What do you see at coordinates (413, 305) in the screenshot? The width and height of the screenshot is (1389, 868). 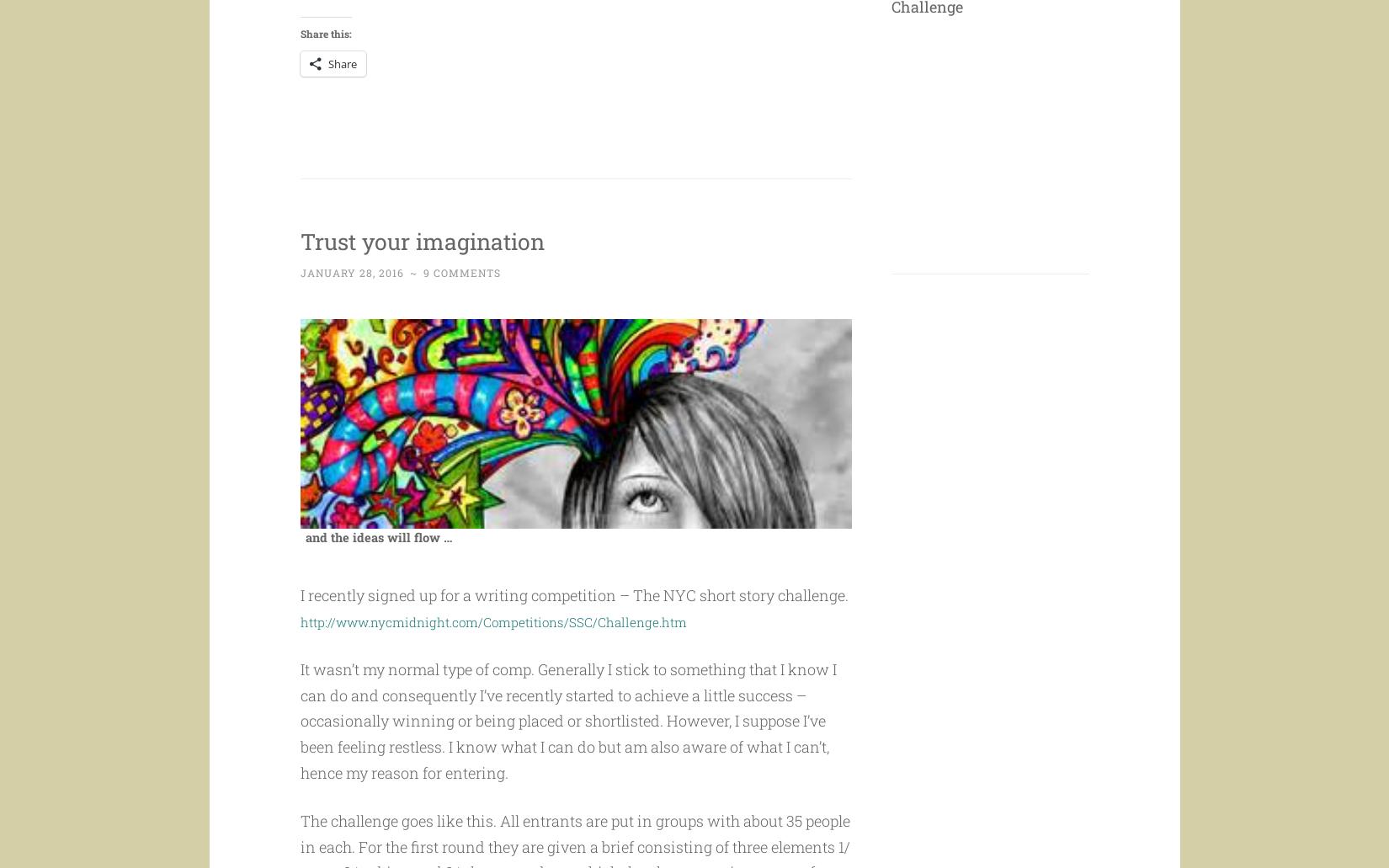 I see `'~'` at bounding box center [413, 305].